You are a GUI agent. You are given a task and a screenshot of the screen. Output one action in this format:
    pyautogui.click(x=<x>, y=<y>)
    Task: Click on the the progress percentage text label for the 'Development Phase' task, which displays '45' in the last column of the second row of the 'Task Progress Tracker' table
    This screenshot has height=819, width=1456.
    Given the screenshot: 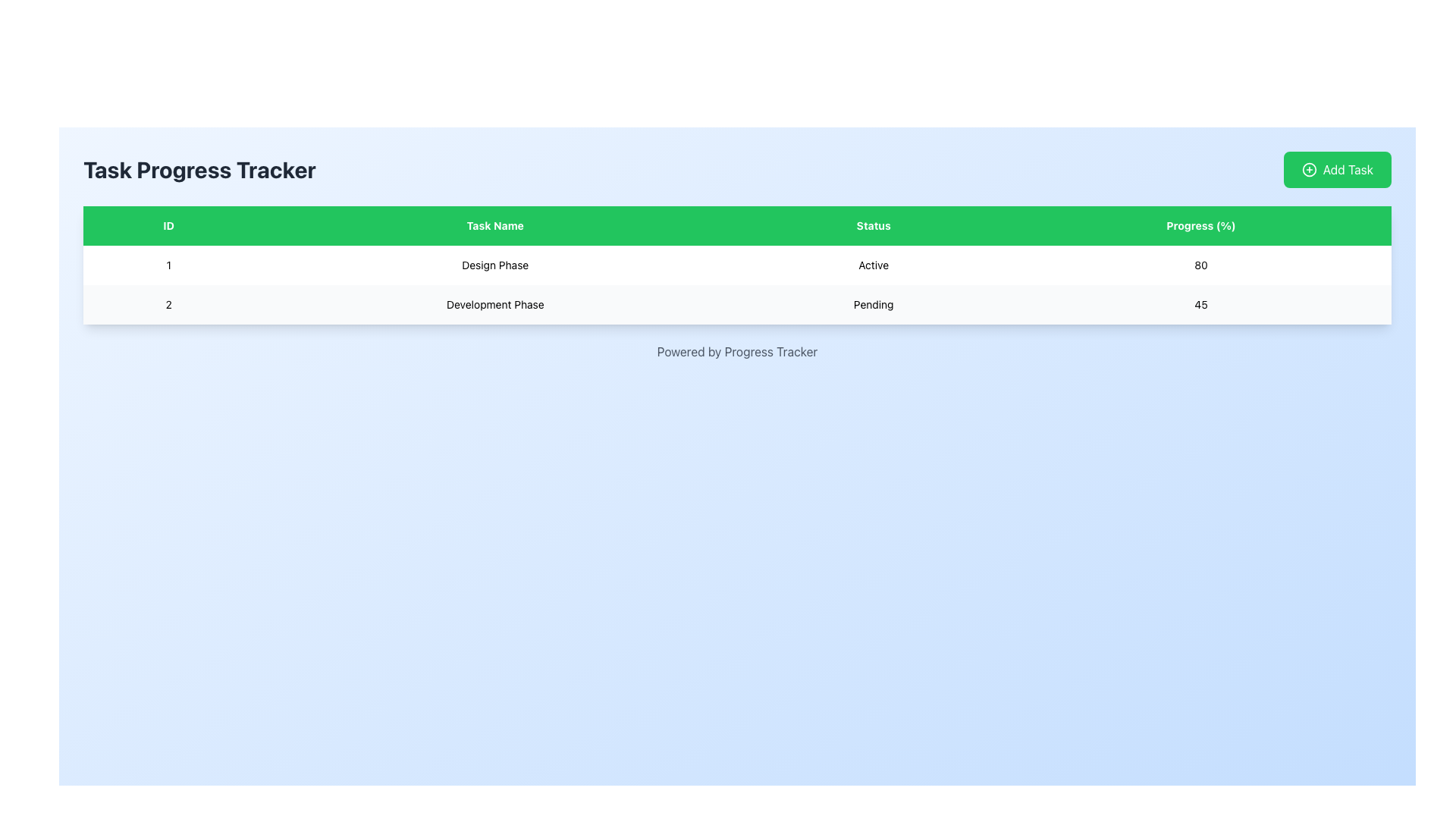 What is the action you would take?
    pyautogui.click(x=1200, y=304)
    